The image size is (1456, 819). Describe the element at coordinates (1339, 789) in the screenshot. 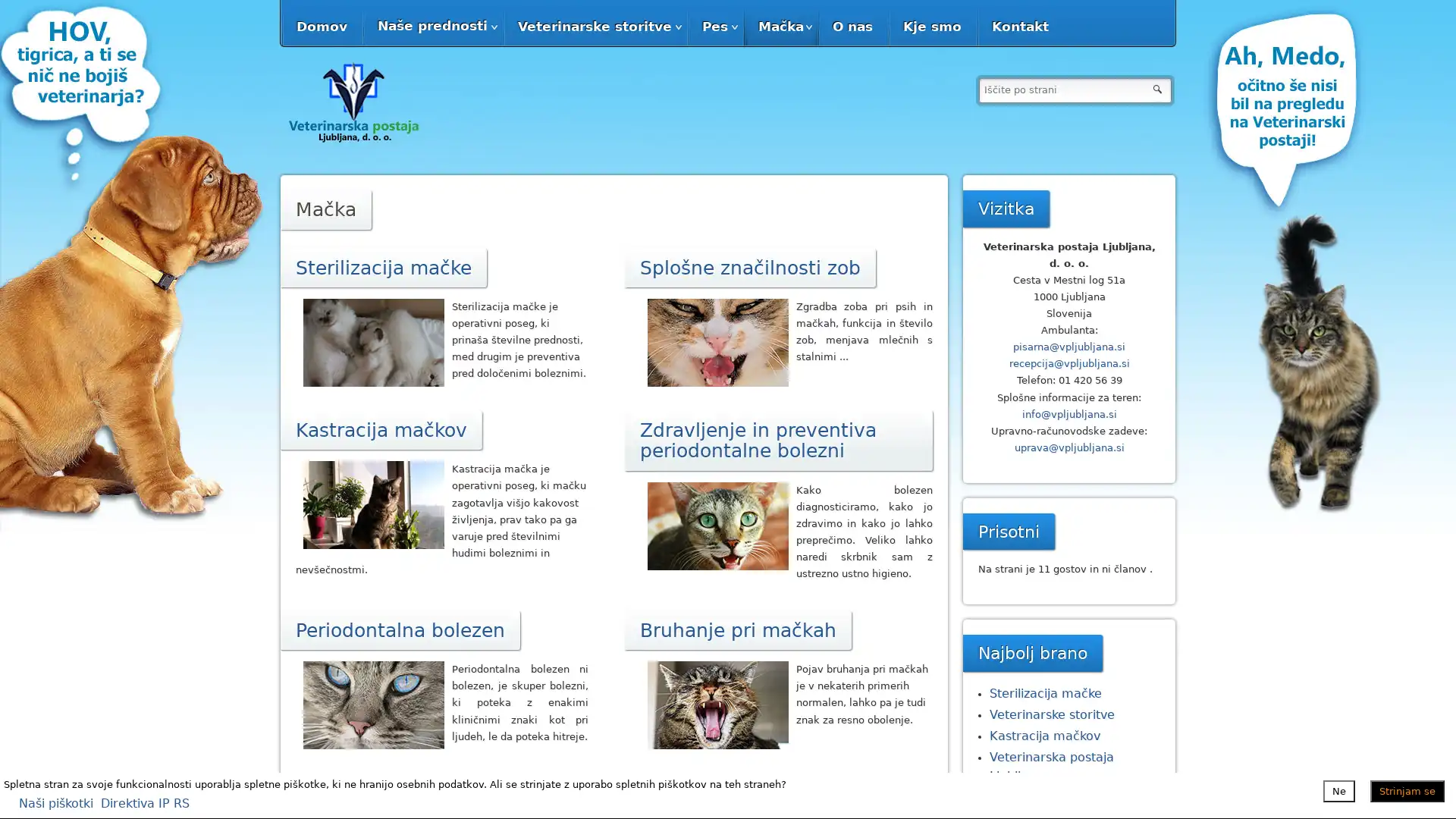

I see `Ne` at that location.